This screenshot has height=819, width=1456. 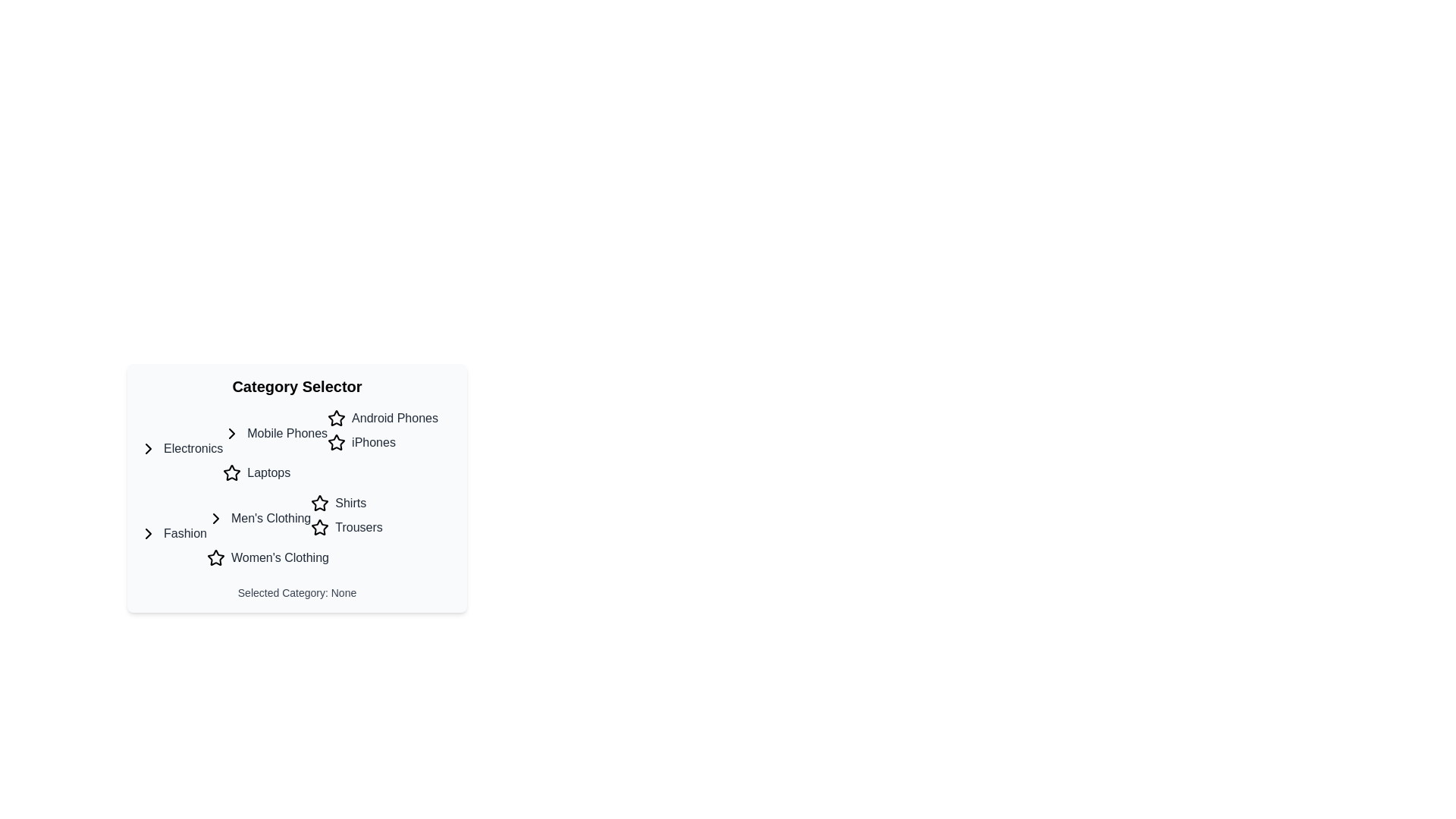 What do you see at coordinates (149, 533) in the screenshot?
I see `the right-chevron icon represented by a '>' that is associated with expanding or navigating into the 'Fashion' category, located slightly to the left of the 'Fashion' text label` at bounding box center [149, 533].